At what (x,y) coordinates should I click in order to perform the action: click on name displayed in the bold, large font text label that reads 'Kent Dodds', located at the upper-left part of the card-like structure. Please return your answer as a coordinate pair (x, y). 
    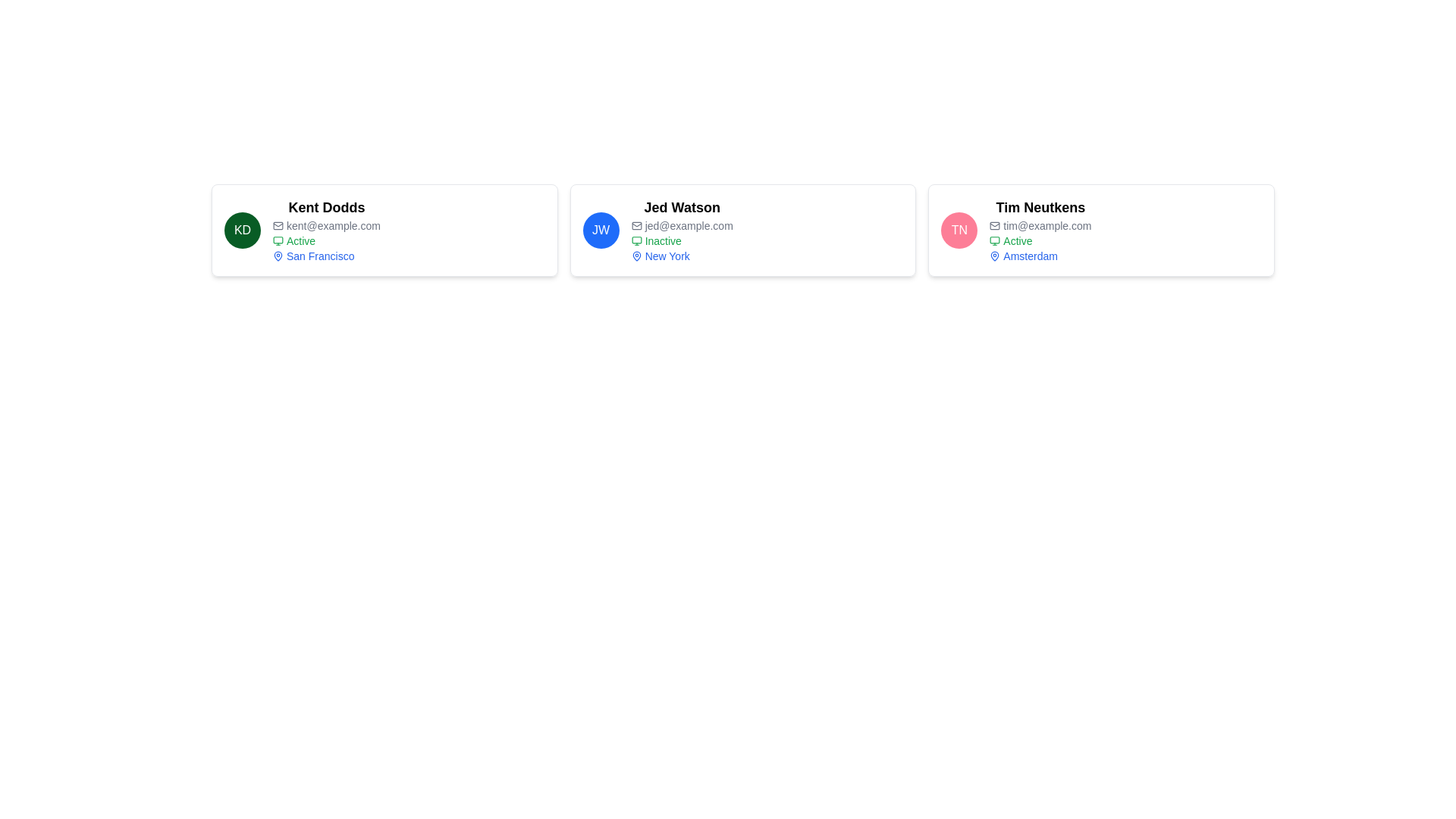
    Looking at the image, I should click on (326, 207).